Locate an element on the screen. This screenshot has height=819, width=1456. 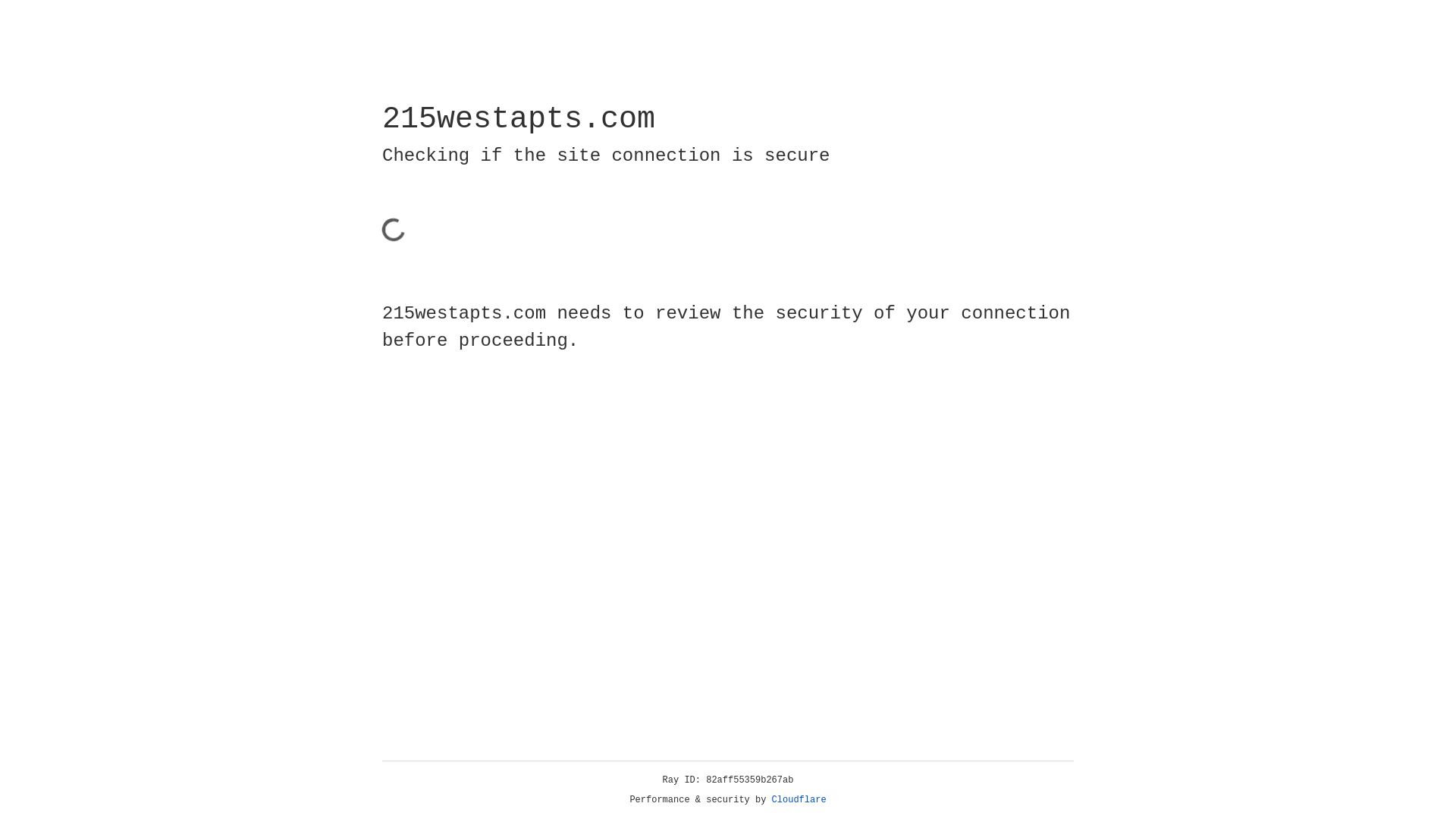
'Cloudflare' is located at coordinates (799, 799).